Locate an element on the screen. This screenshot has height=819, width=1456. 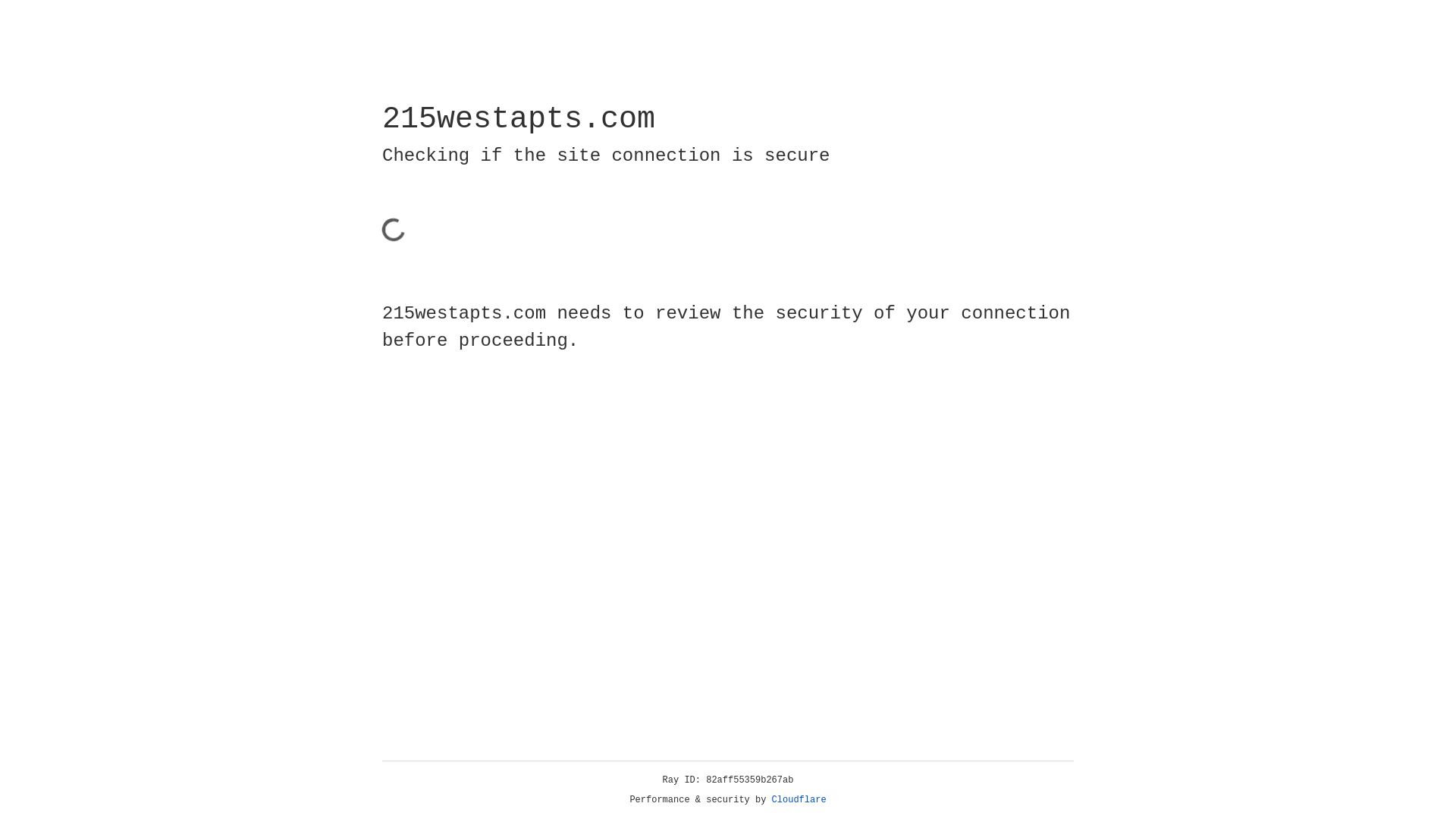
'Cloudflare' is located at coordinates (799, 799).